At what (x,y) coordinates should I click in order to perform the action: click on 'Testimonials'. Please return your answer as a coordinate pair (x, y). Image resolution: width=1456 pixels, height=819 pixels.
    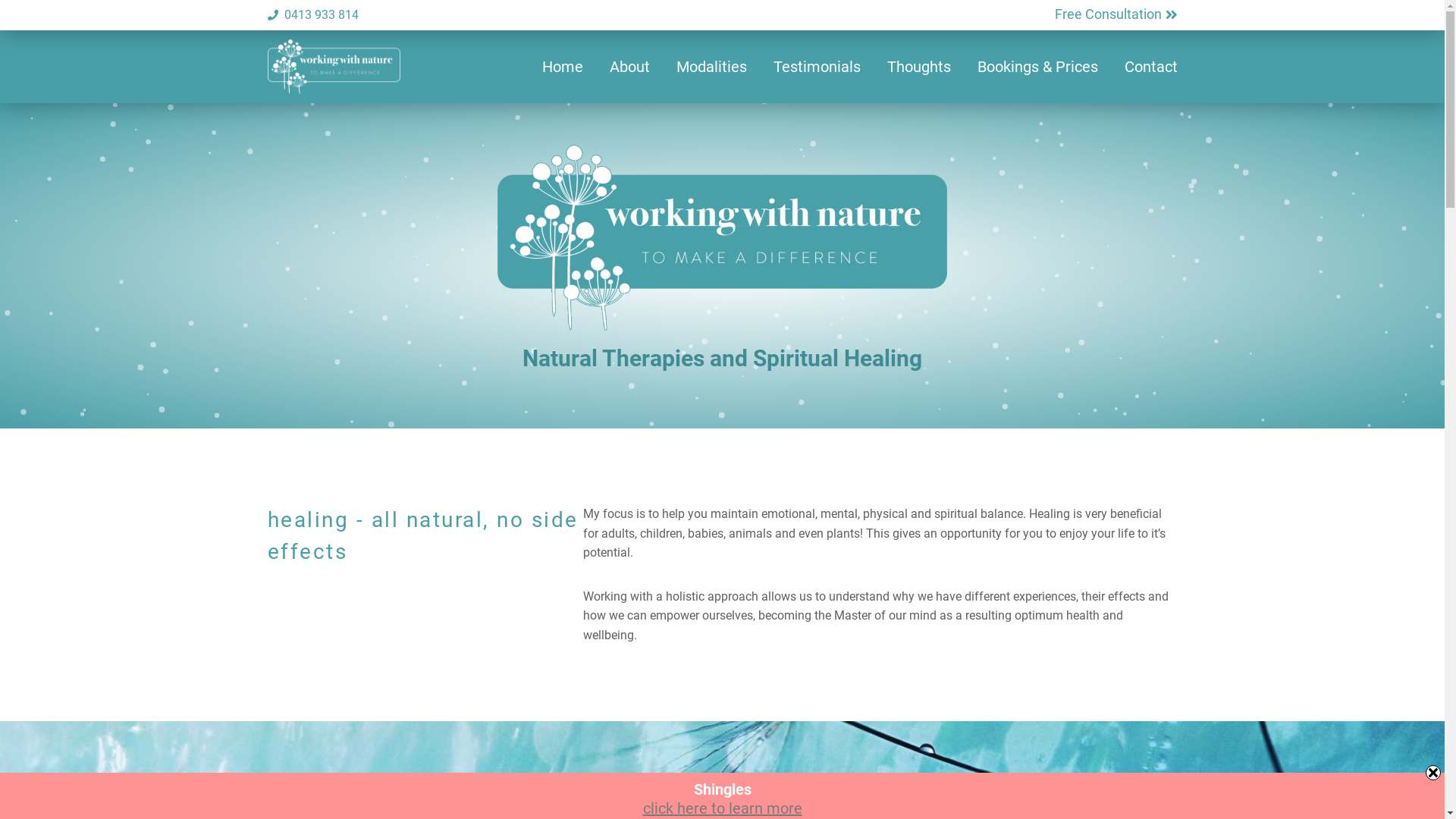
    Looking at the image, I should click on (816, 66).